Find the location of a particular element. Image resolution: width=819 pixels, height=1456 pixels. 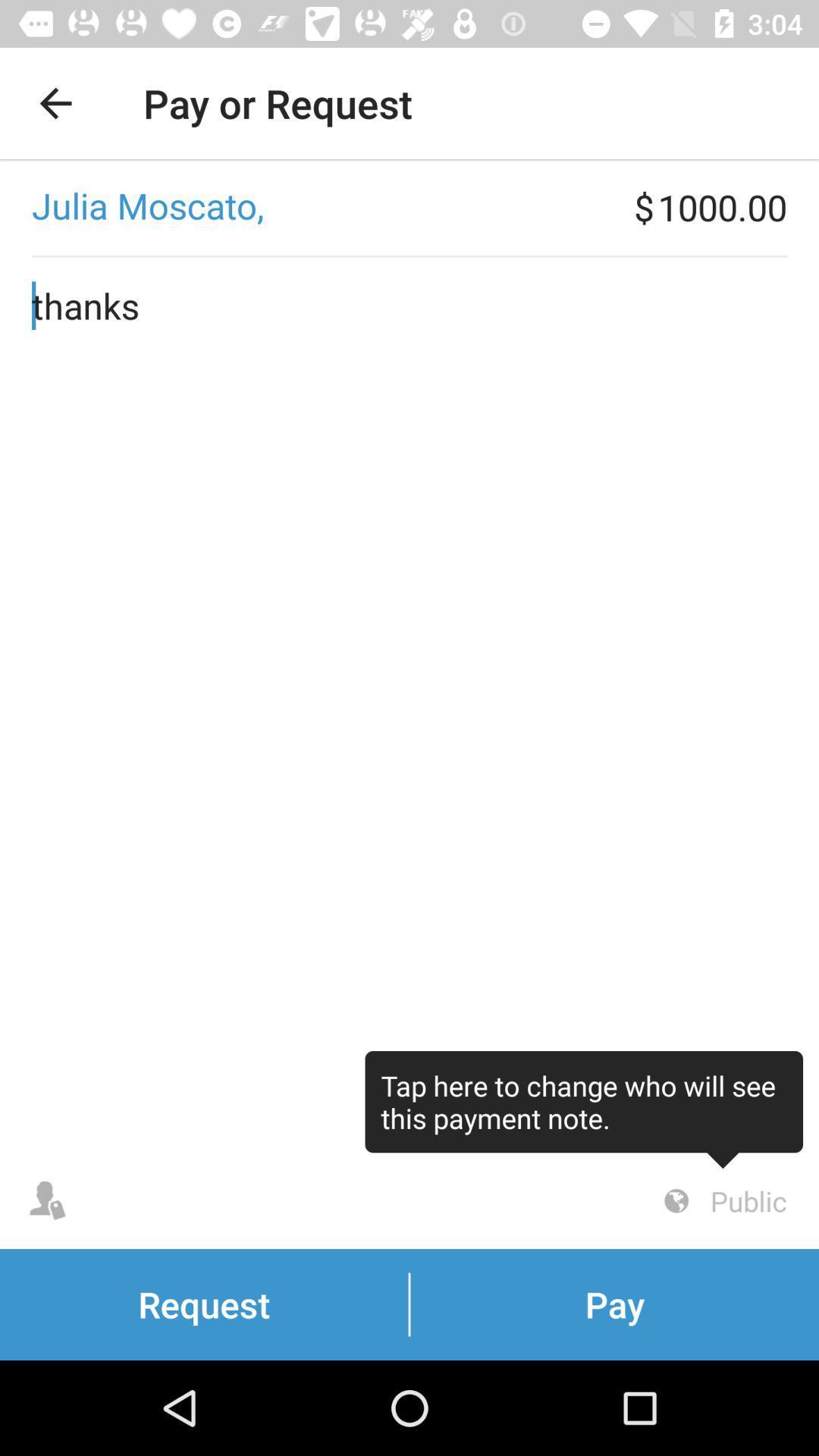

icon above the request icon is located at coordinates (583, 1109).